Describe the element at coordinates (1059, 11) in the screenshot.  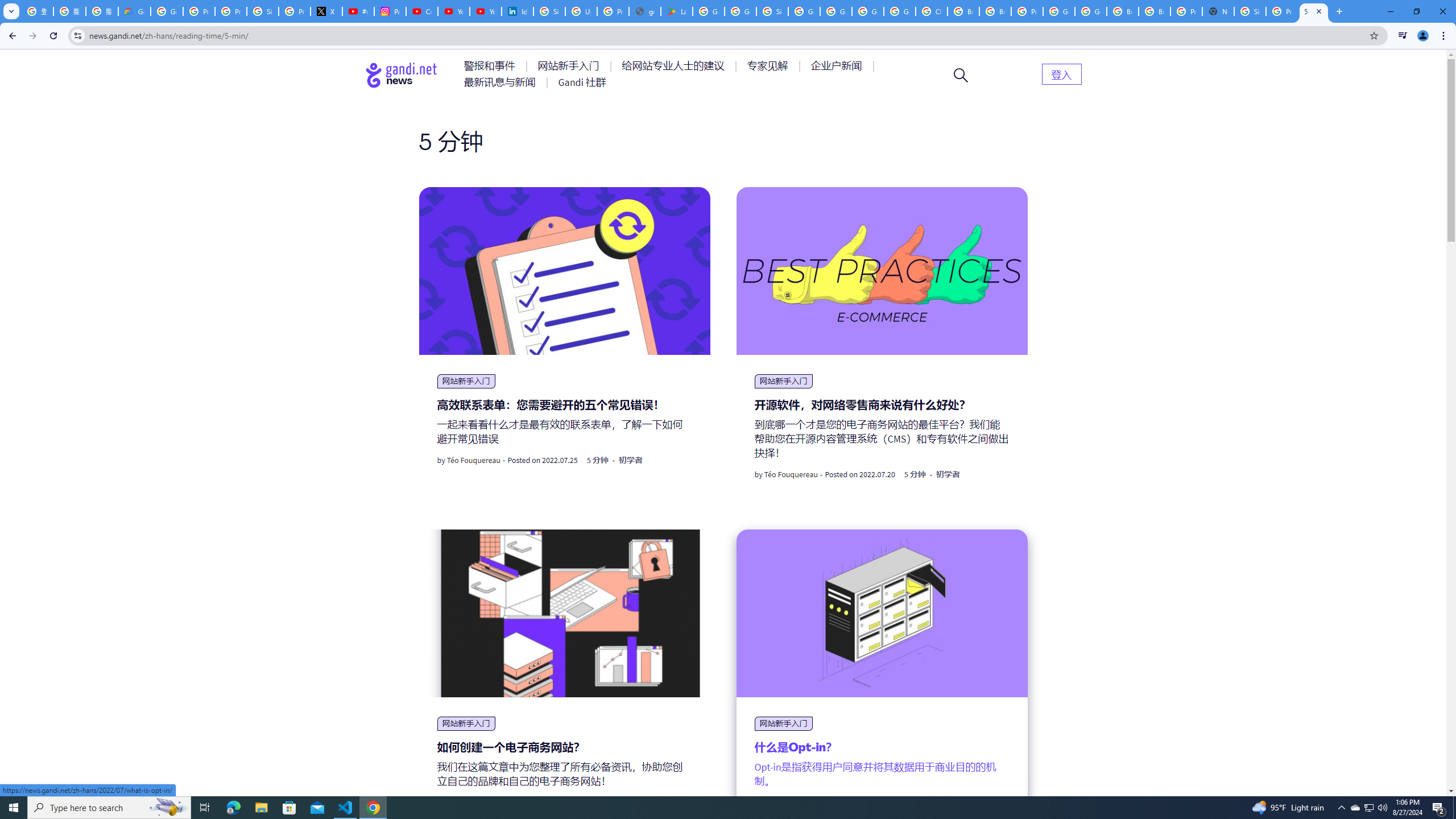
I see `'Google Cloud Platform'` at that location.